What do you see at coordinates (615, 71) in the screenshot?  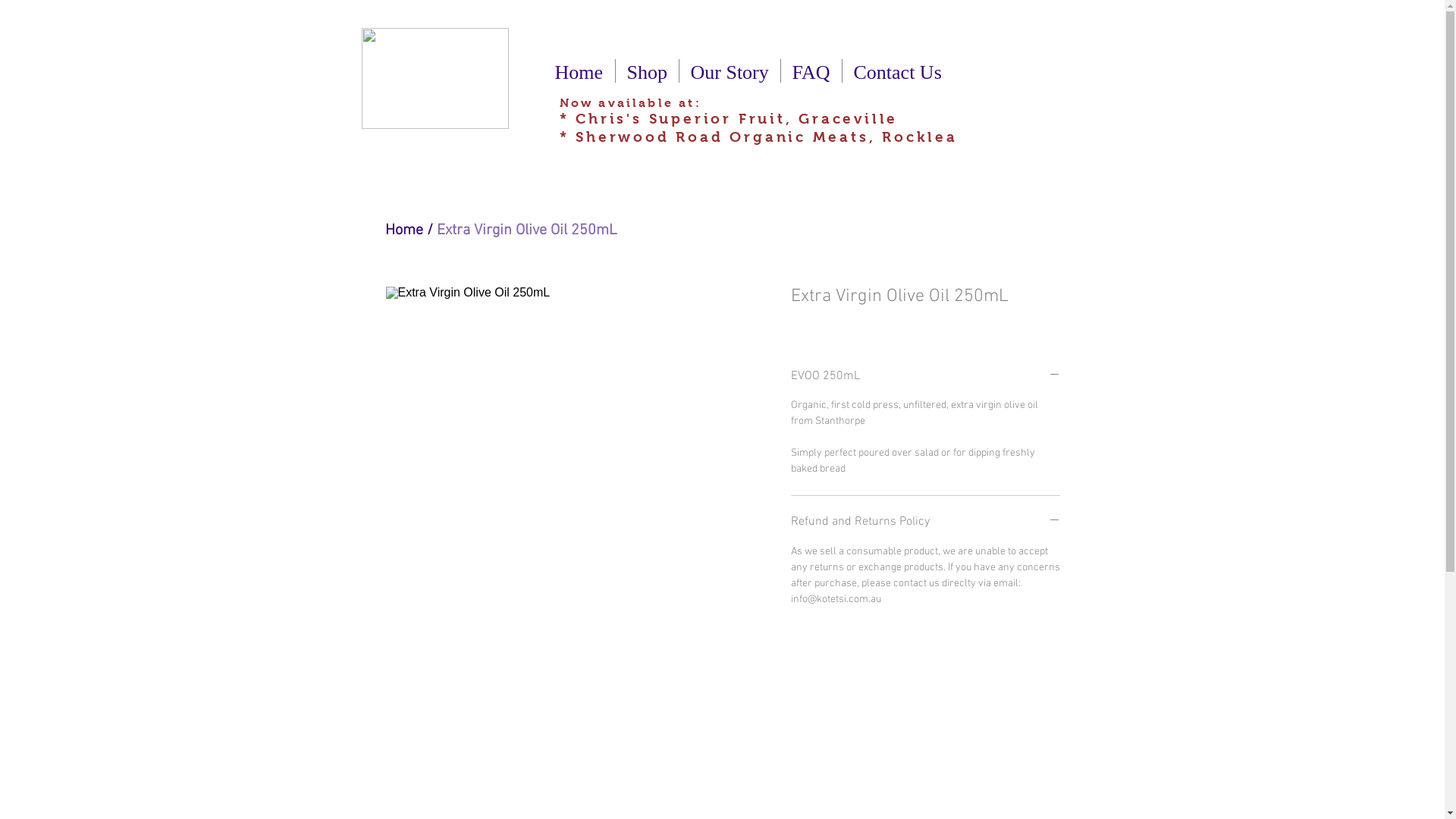 I see `'Shop'` at bounding box center [615, 71].